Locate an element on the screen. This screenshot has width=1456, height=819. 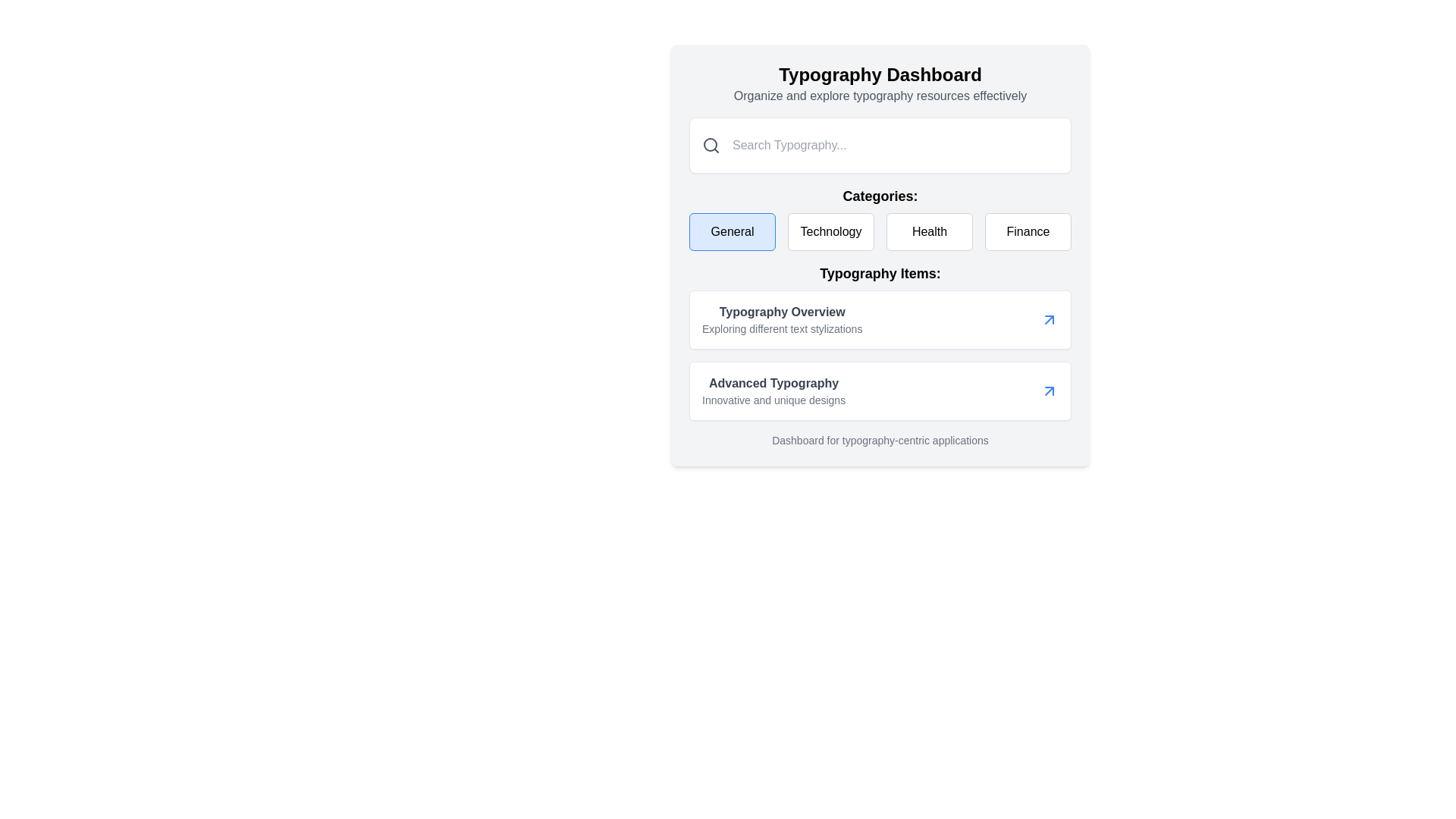
the text label that serves as a descriptive or informational label for the application dashboard, located below the sections labeled 'Typography Items' is located at coordinates (880, 441).